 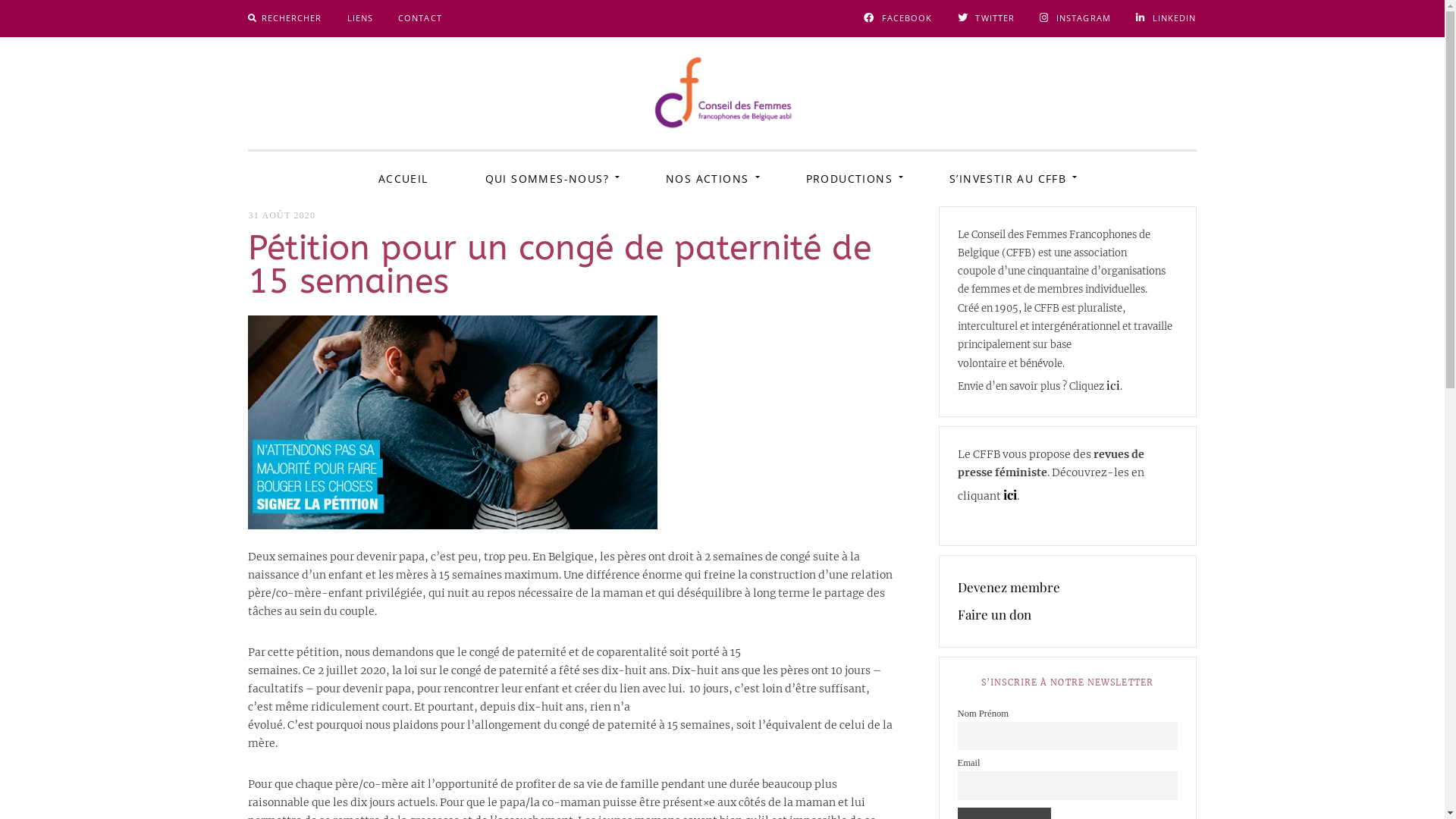 What do you see at coordinates (1009, 587) in the screenshot?
I see `'Devenez membre'` at bounding box center [1009, 587].